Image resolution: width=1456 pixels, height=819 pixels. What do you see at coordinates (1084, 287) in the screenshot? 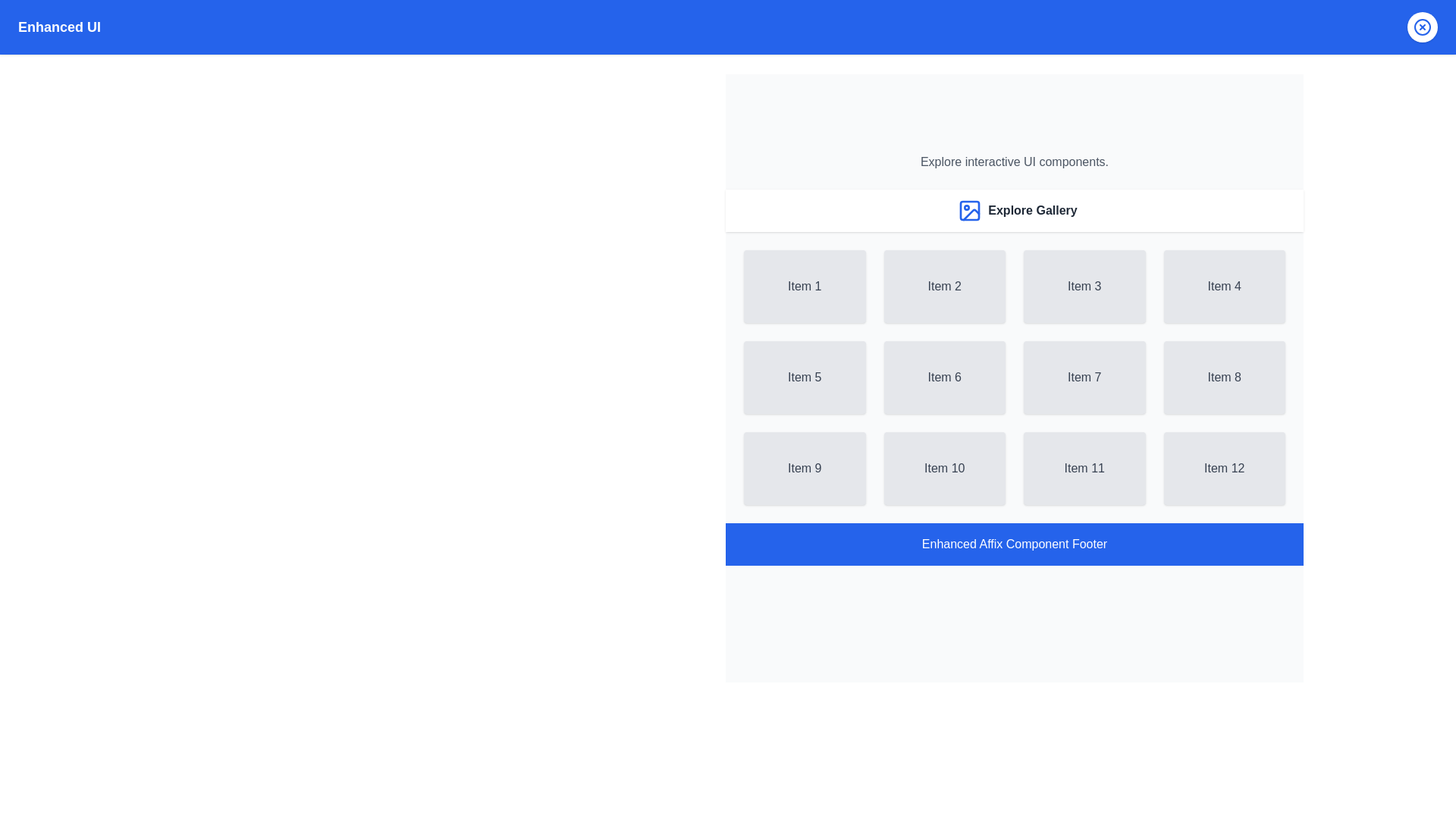
I see `the static label 'Item 3' located in the first row and third column of the grid layout` at bounding box center [1084, 287].